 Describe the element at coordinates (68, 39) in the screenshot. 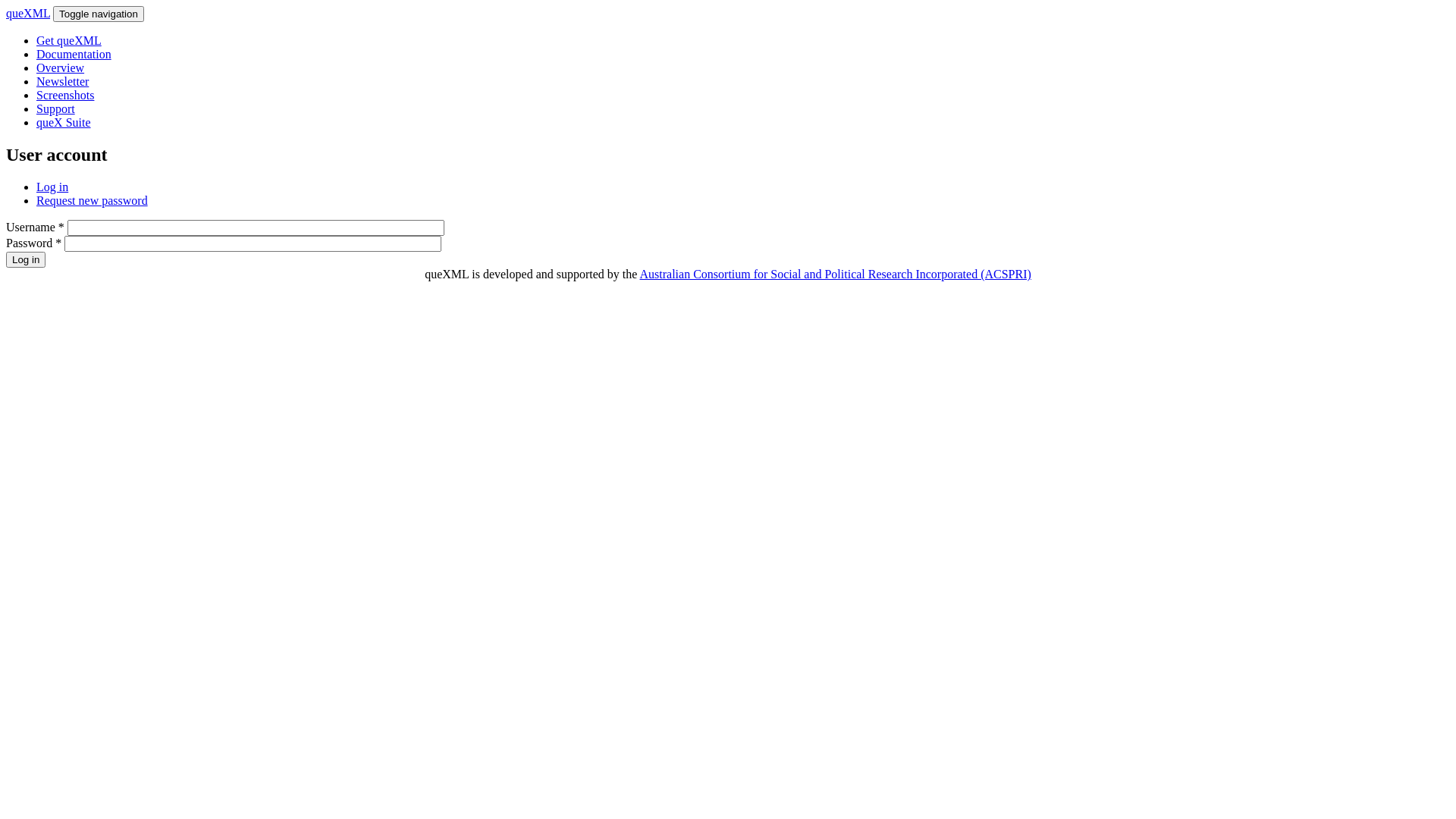

I see `'Get queXML'` at that location.